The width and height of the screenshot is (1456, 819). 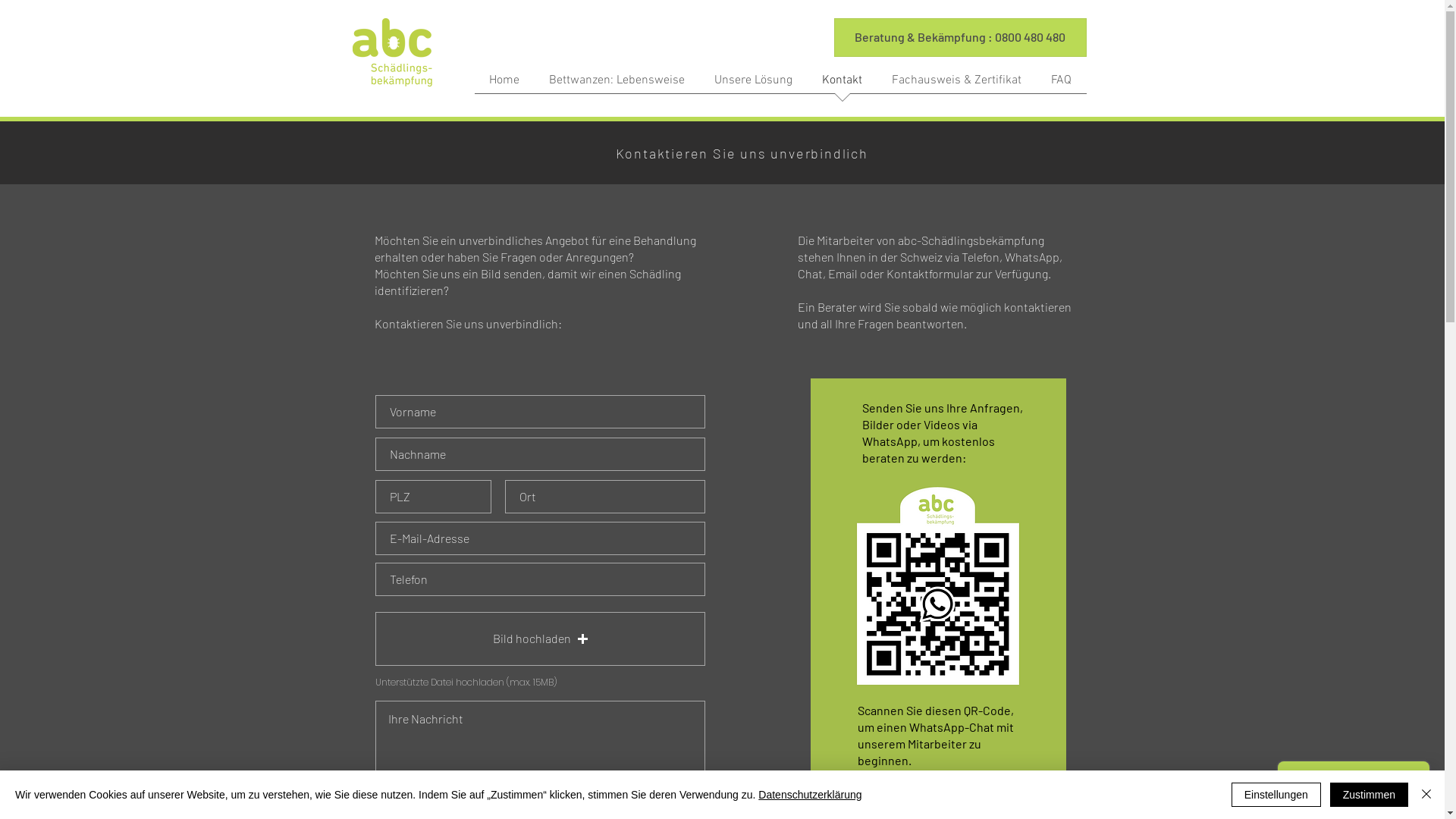 I want to click on 'Zustimmen', so click(x=1369, y=794).